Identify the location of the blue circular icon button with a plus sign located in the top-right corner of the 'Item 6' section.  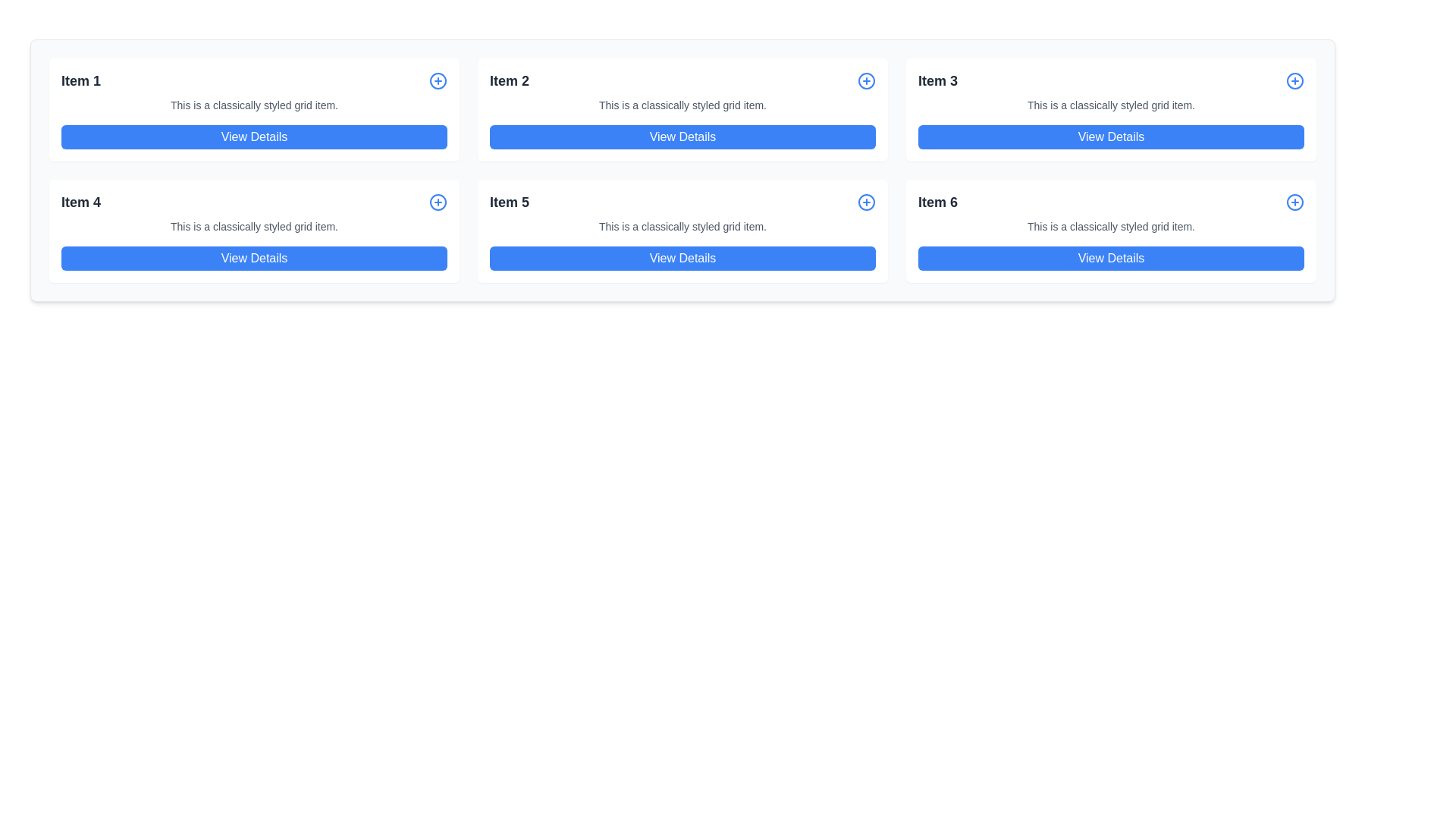
(1294, 201).